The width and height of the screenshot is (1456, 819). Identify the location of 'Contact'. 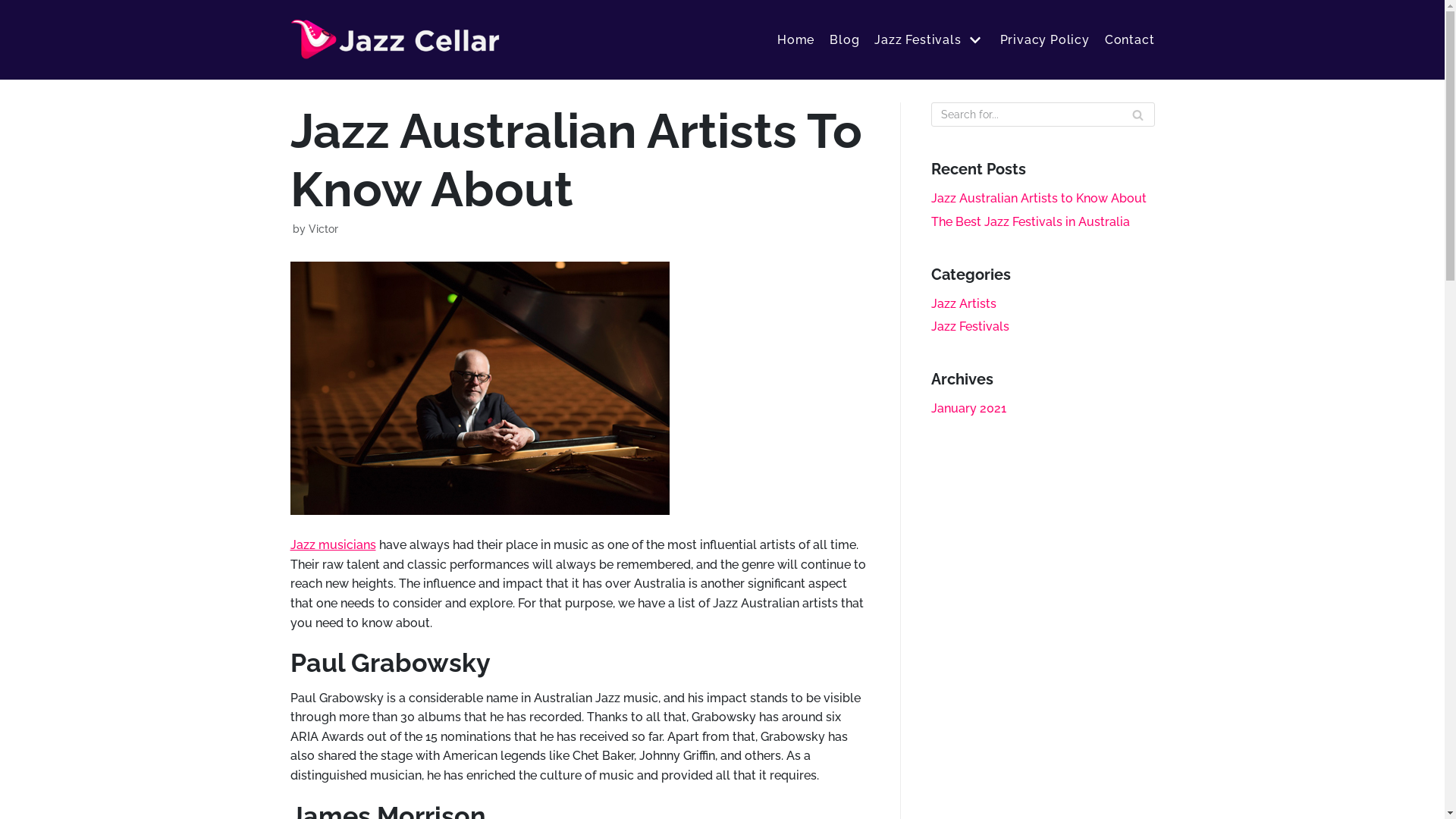
(1105, 39).